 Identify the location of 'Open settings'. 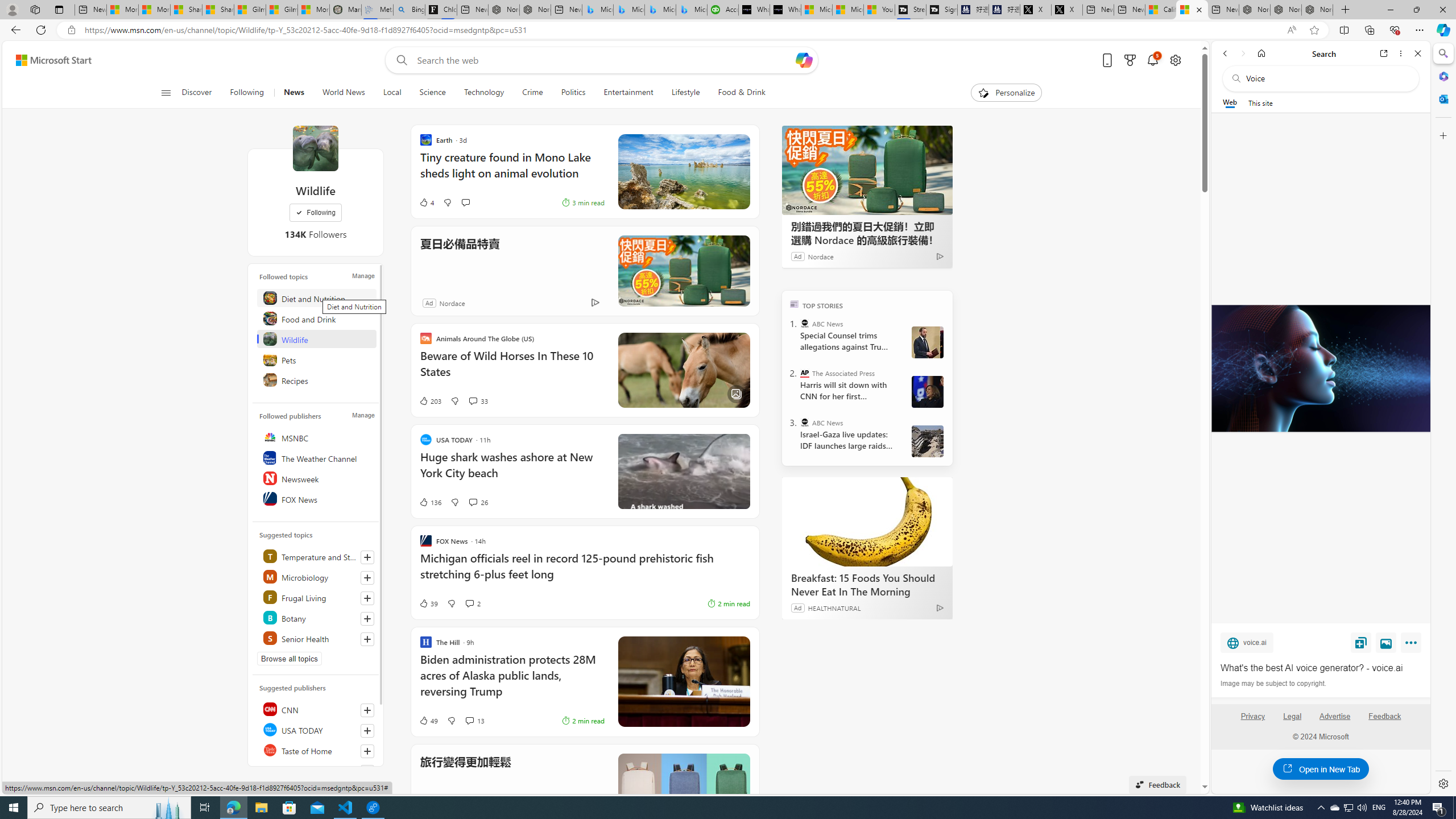
(1175, 60).